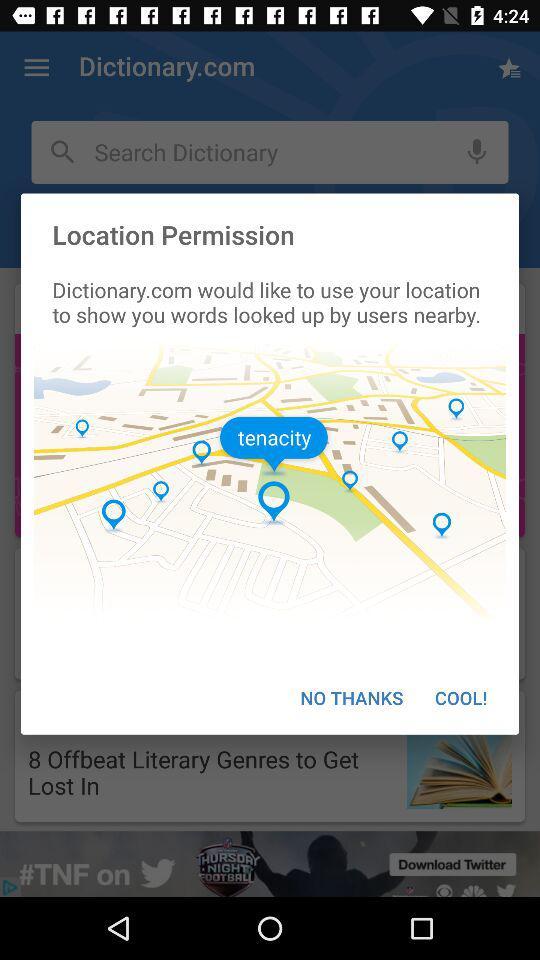  Describe the element at coordinates (350, 697) in the screenshot. I see `icon next to cool! icon` at that location.